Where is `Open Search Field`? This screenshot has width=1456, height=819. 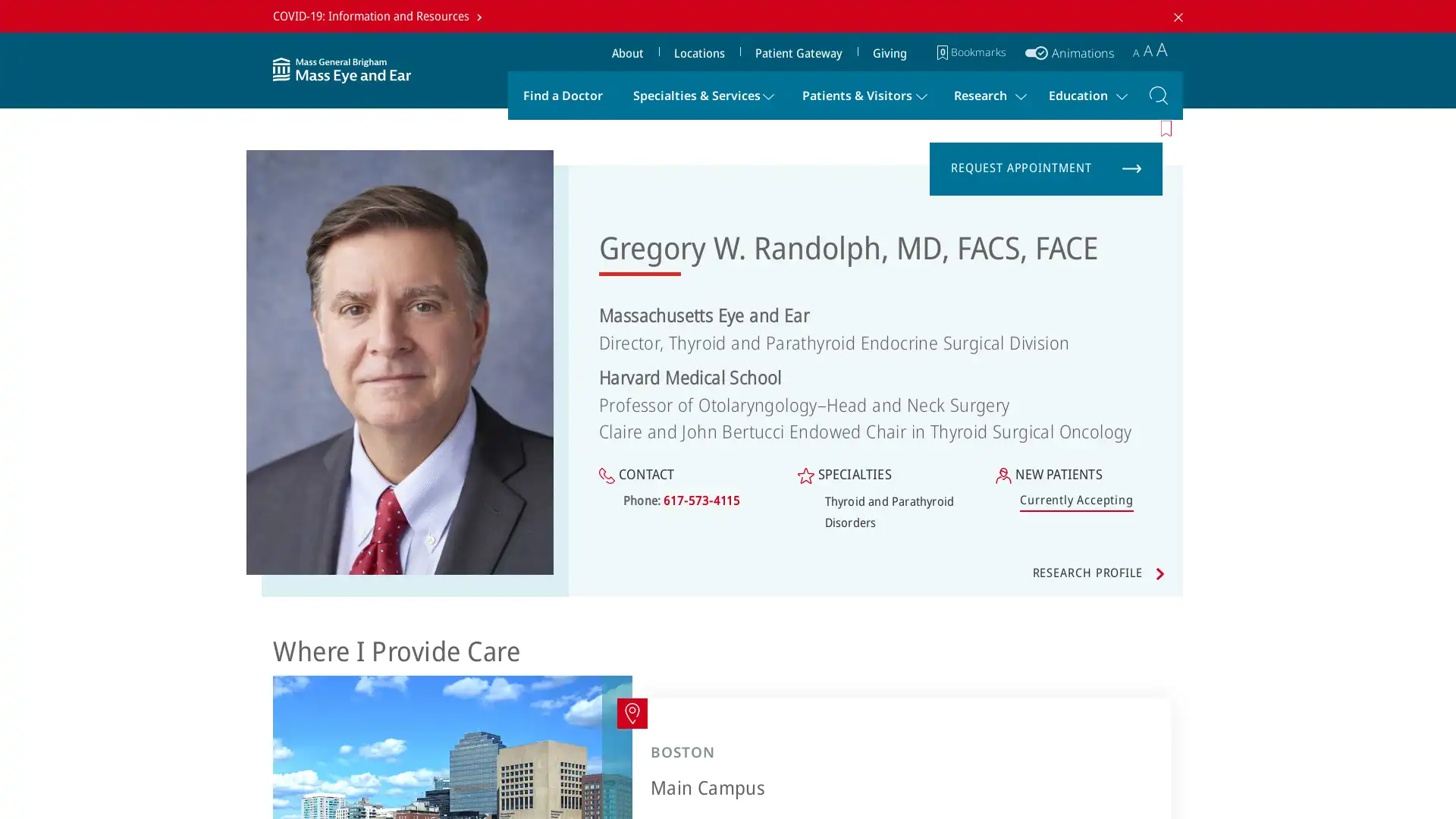
Open Search Field is located at coordinates (1157, 94).